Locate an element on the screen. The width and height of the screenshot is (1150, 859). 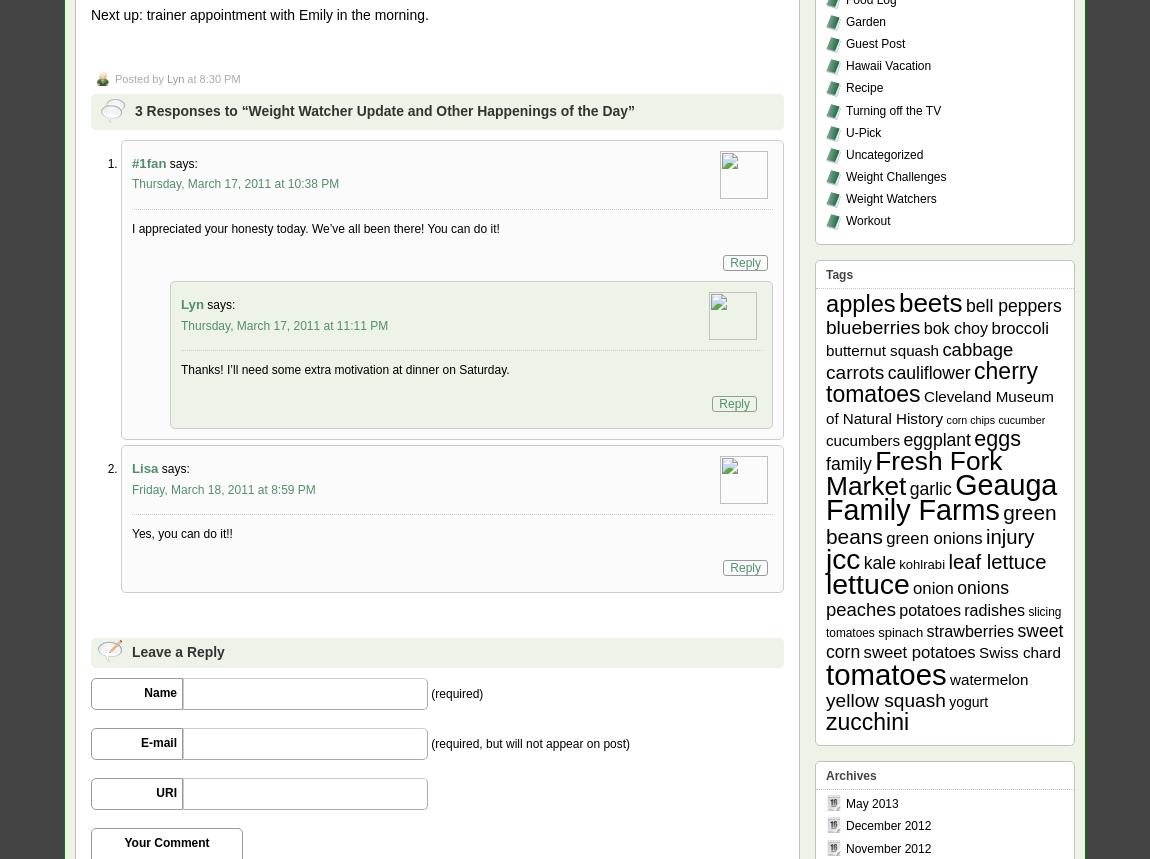
'3 Responses to “Weight Watcher Update and Other Happenings of the Day”' is located at coordinates (384, 110).